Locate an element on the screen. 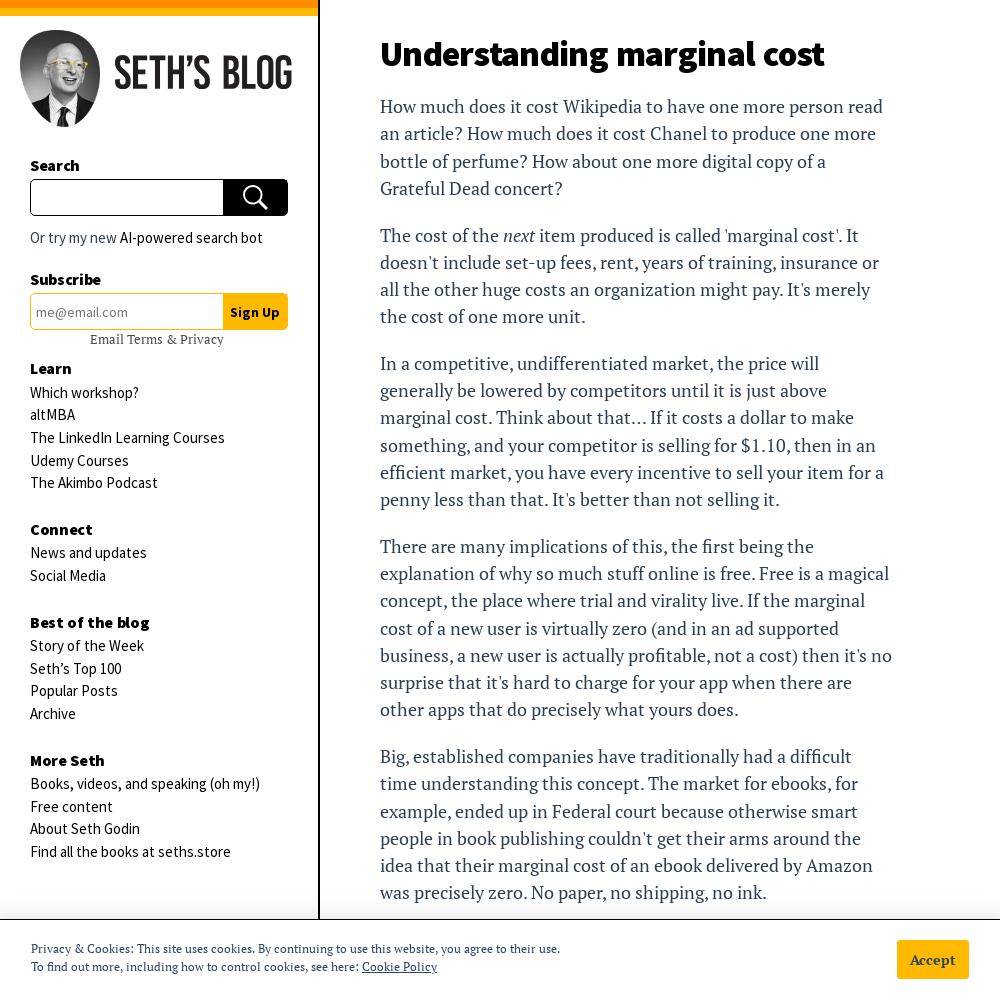  'Story of the Week' is located at coordinates (30, 644).